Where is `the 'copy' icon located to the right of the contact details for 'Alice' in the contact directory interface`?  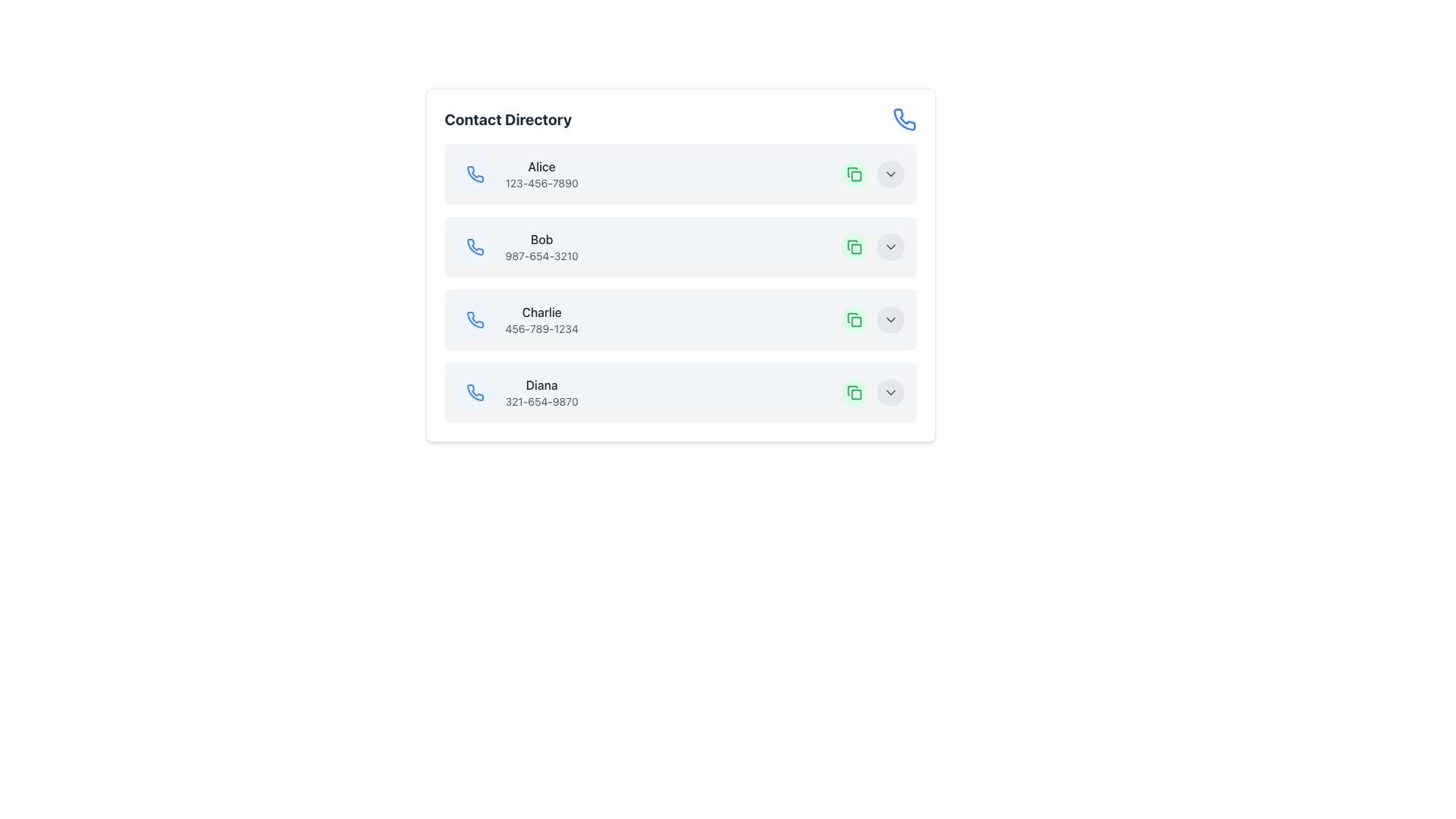
the 'copy' icon located to the right of the contact details for 'Alice' in the contact directory interface is located at coordinates (852, 171).